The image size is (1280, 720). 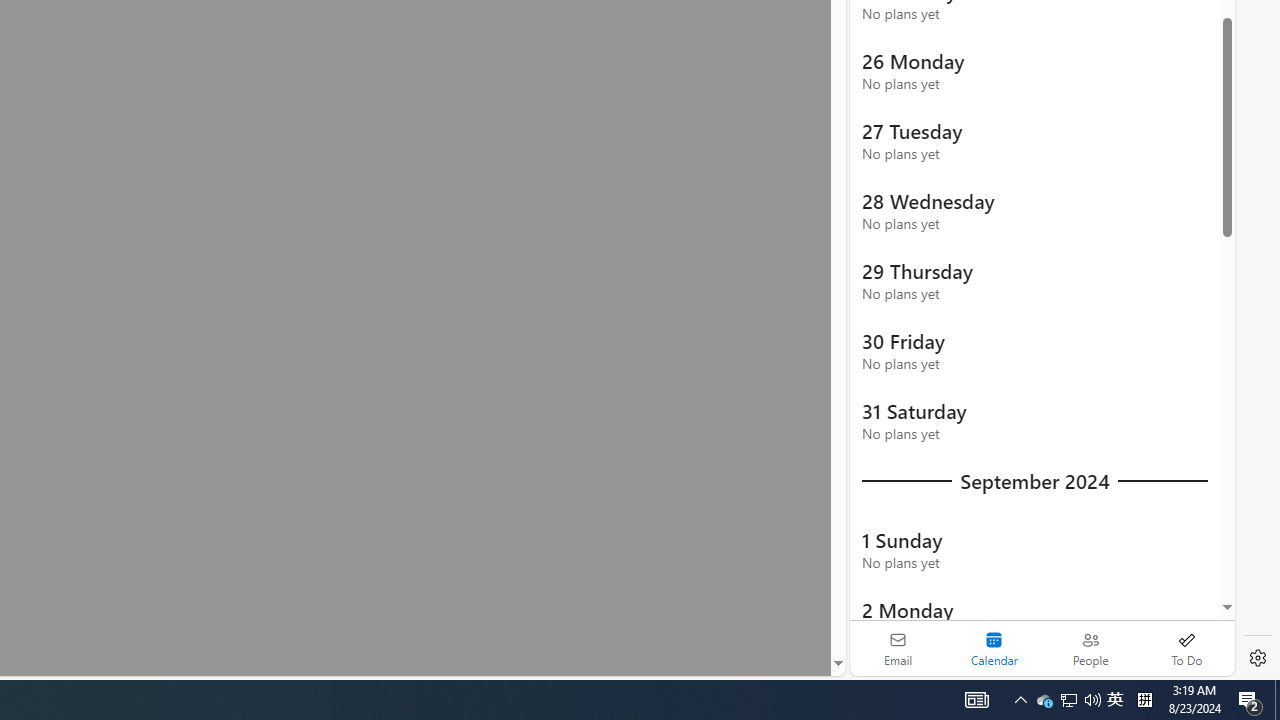 I want to click on 'To Do', so click(x=1186, y=648).